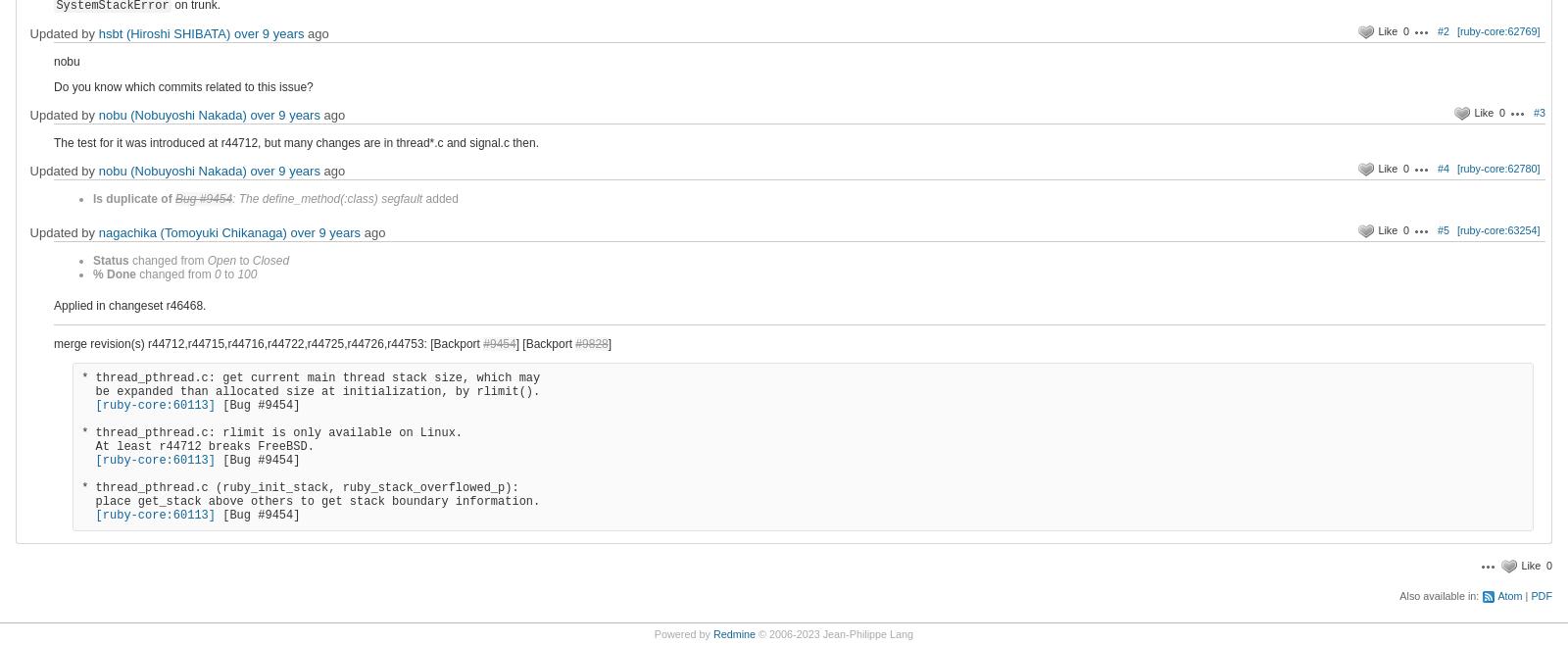 Image resolution: width=1568 pixels, height=645 pixels. What do you see at coordinates (544, 343) in the screenshot?
I see `'] [Backport'` at bounding box center [544, 343].